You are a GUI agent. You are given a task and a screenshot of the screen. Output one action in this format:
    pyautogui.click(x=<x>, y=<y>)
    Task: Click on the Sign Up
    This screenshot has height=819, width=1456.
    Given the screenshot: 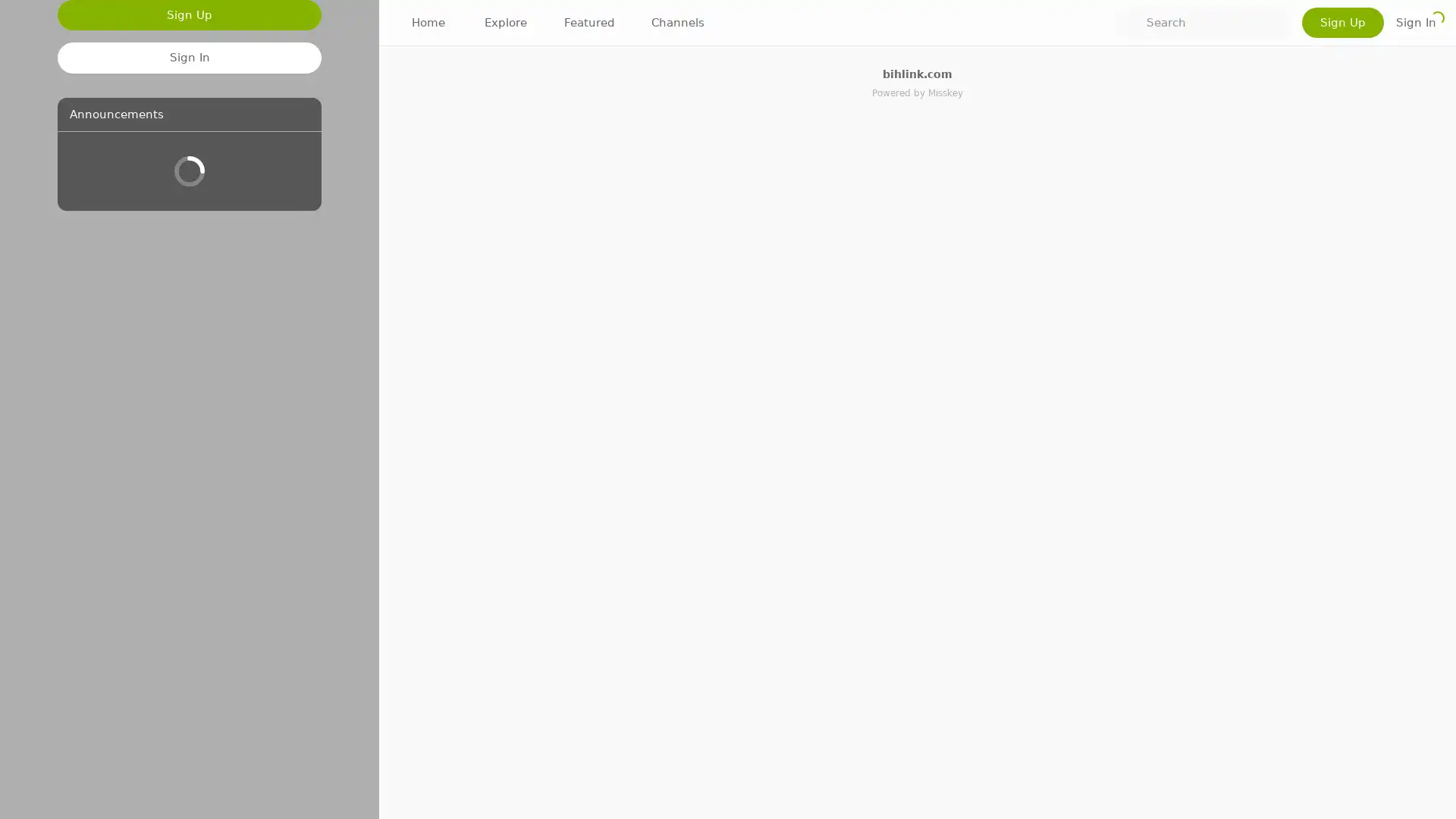 What is the action you would take?
    pyautogui.click(x=1343, y=23)
    